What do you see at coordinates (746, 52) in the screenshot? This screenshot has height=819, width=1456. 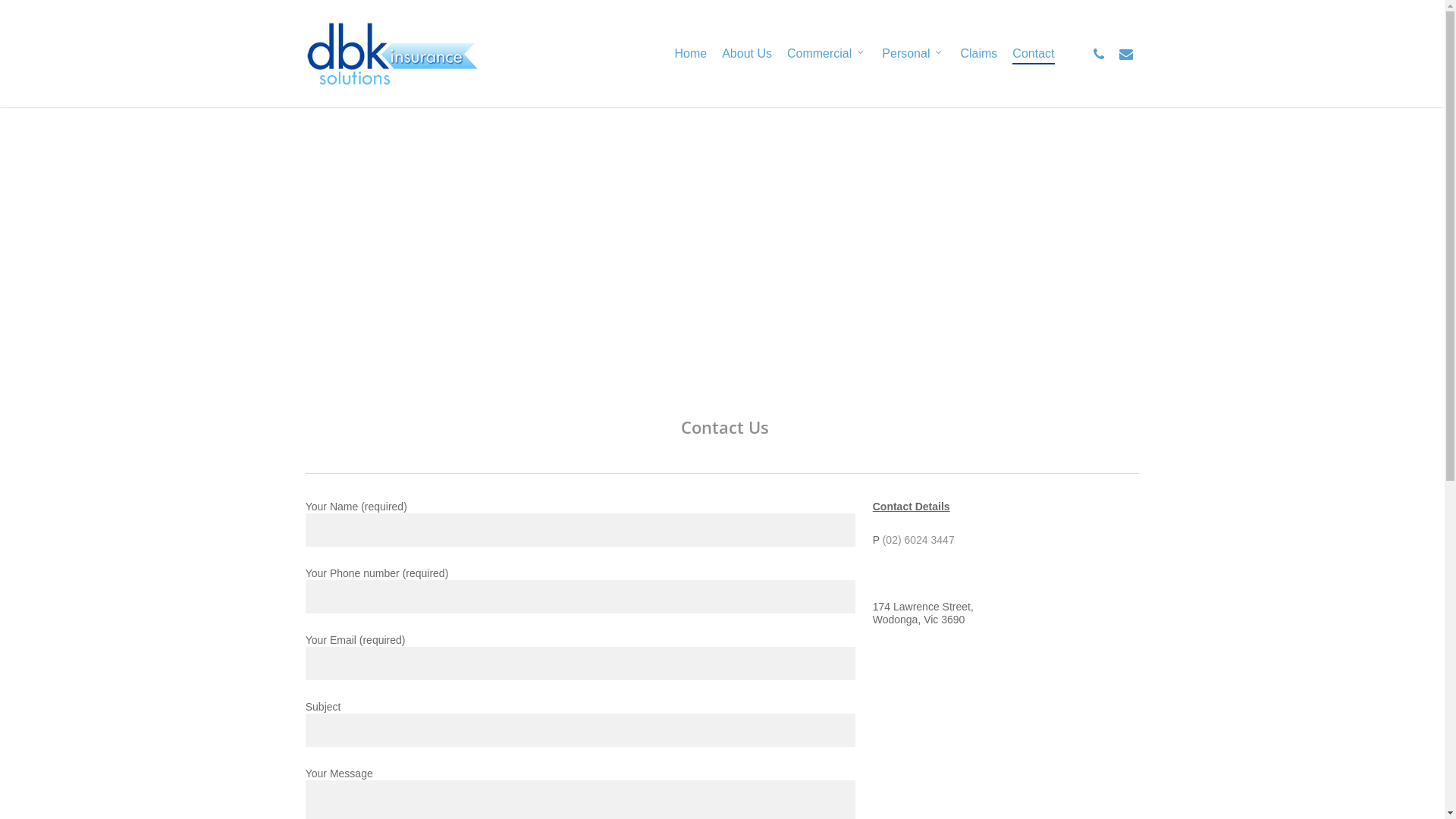 I see `'About Us'` at bounding box center [746, 52].